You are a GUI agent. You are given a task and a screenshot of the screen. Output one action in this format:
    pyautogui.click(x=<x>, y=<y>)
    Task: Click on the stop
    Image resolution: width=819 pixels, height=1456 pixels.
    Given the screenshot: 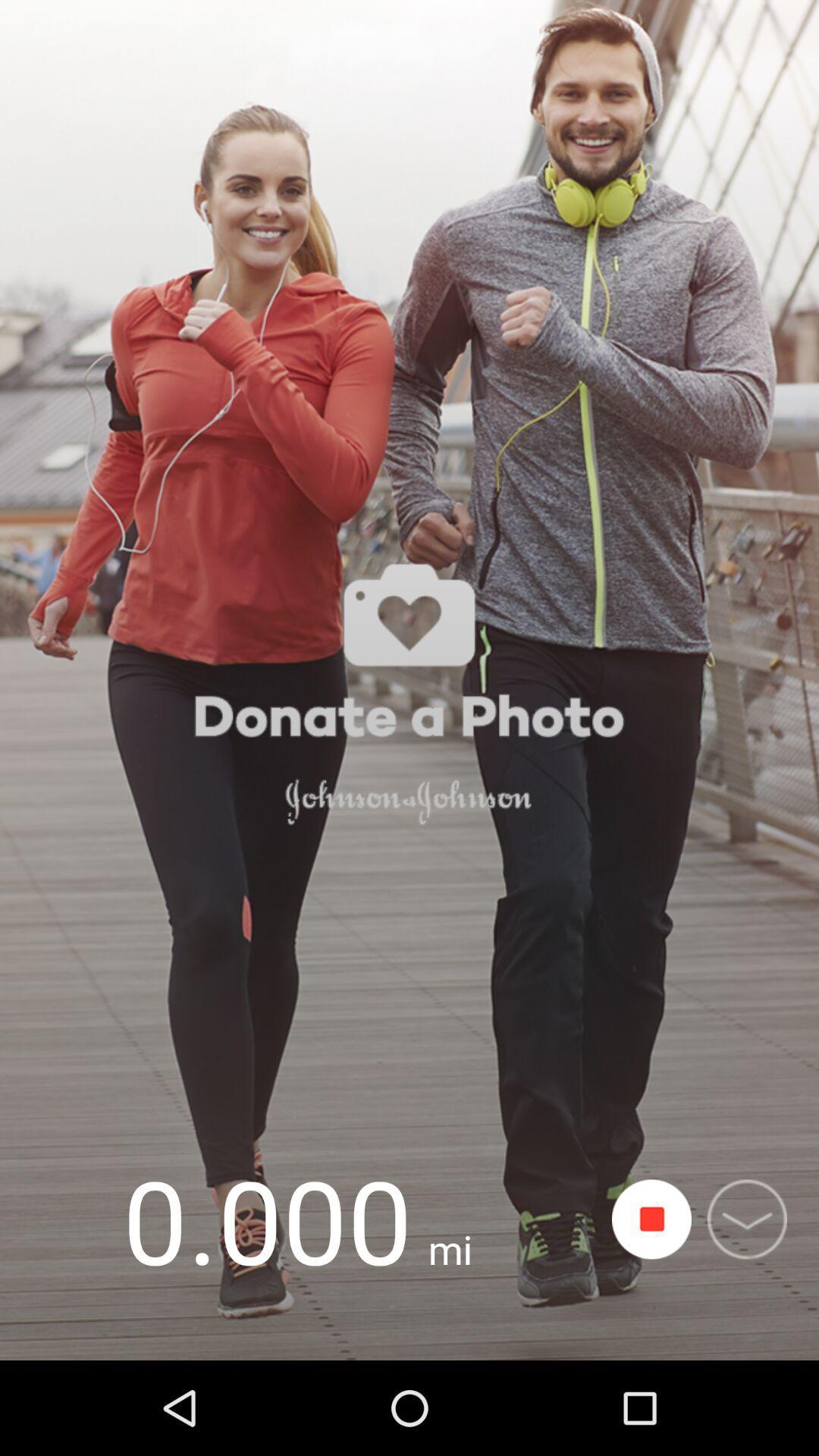 What is the action you would take?
    pyautogui.click(x=651, y=1219)
    